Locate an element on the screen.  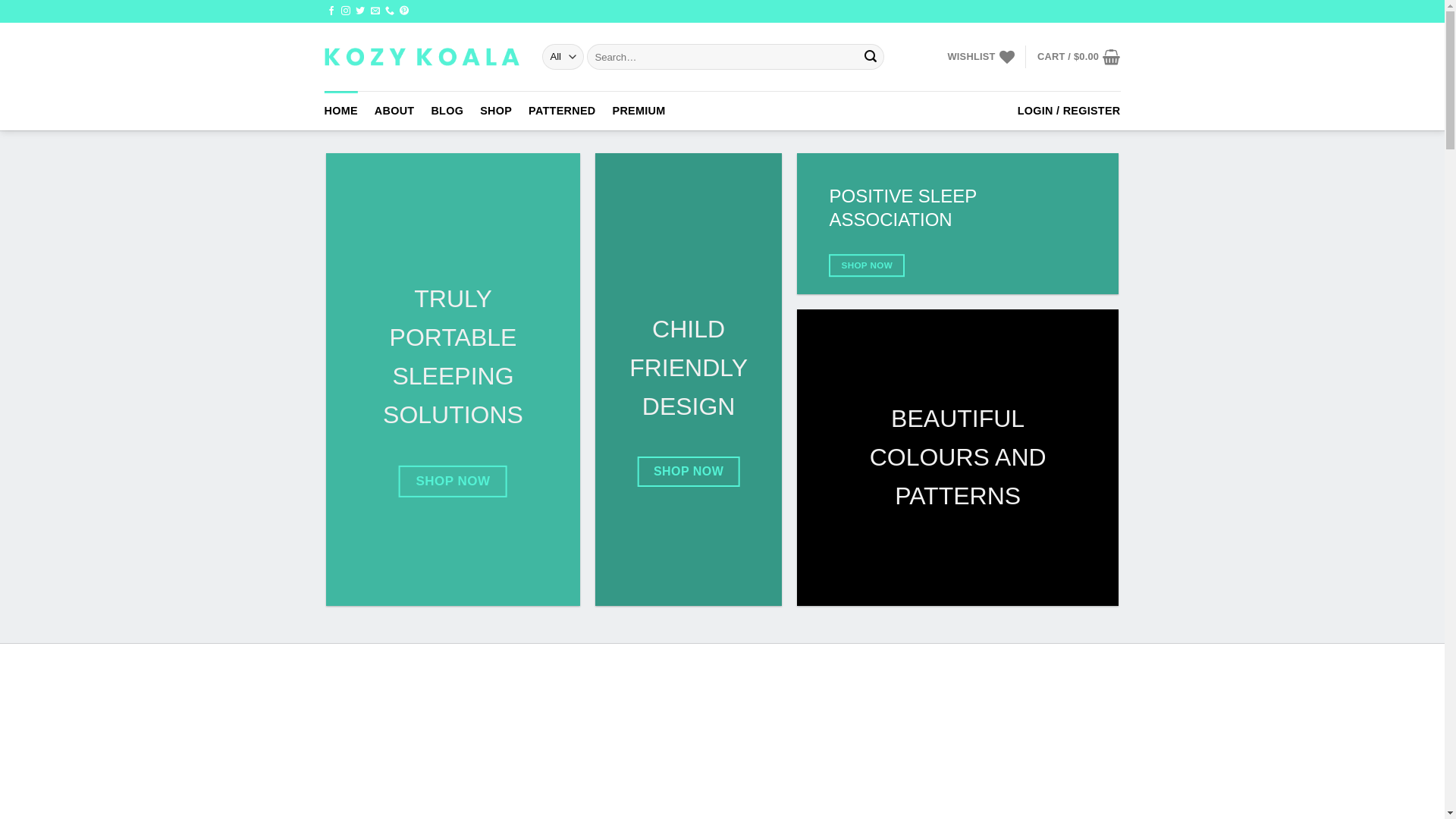
'Follow on Facebook' is located at coordinates (330, 11).